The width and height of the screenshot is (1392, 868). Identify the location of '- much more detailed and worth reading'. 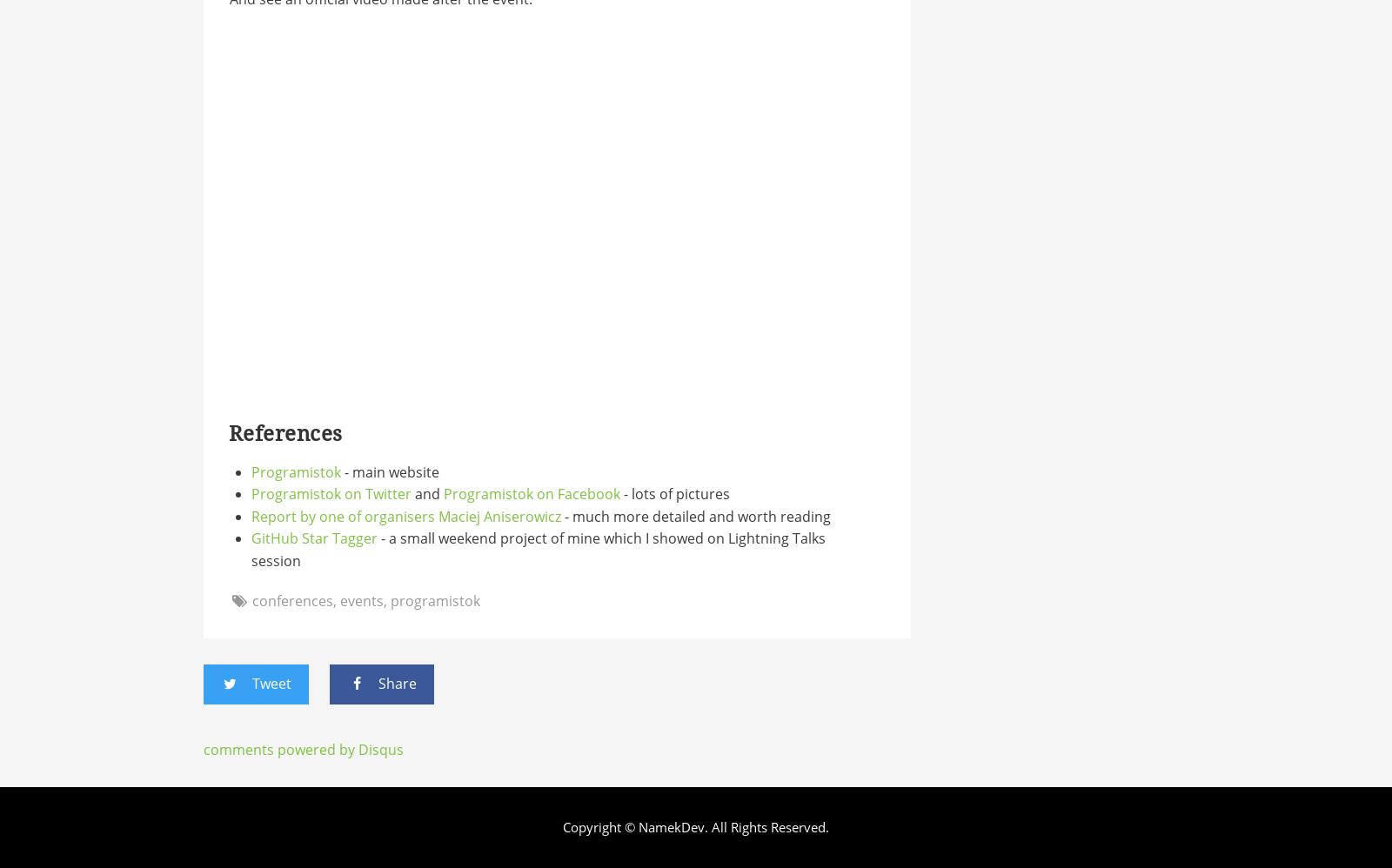
(560, 515).